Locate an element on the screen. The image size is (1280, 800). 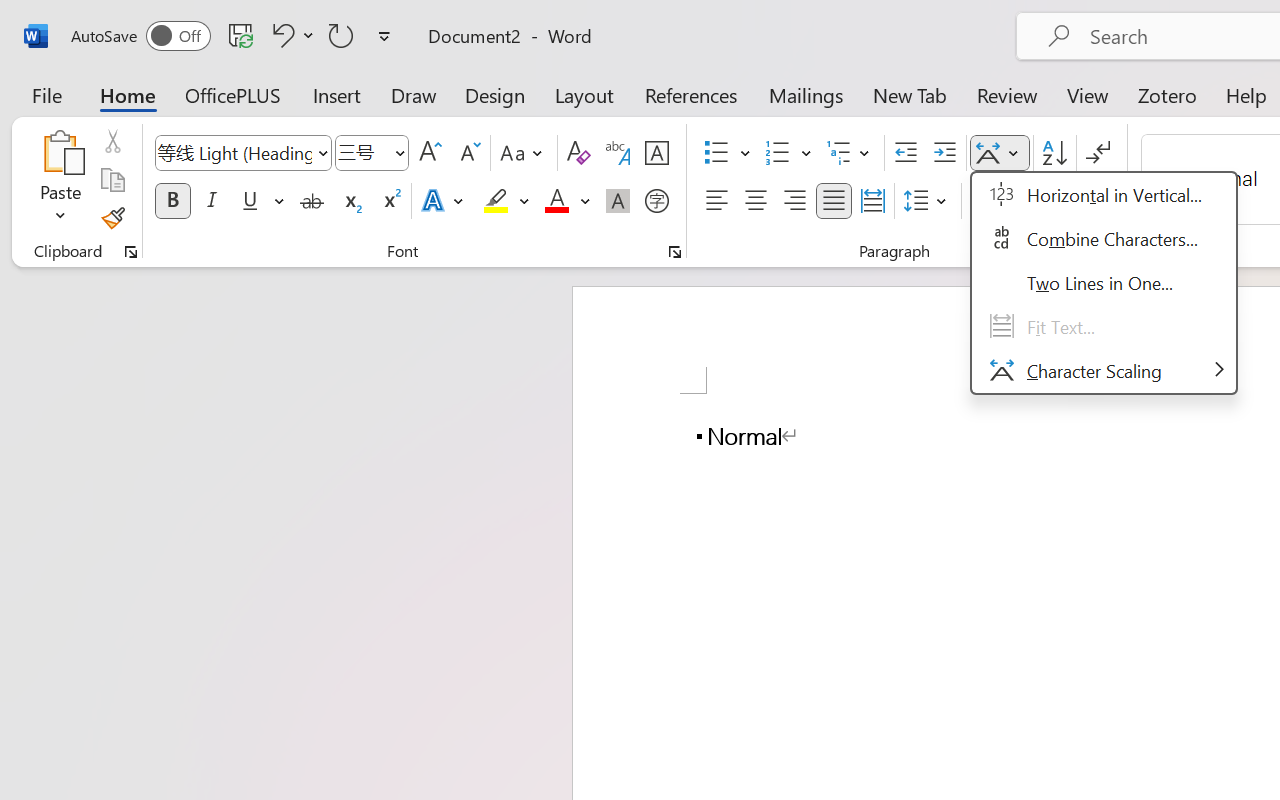
'Design' is located at coordinates (495, 94).